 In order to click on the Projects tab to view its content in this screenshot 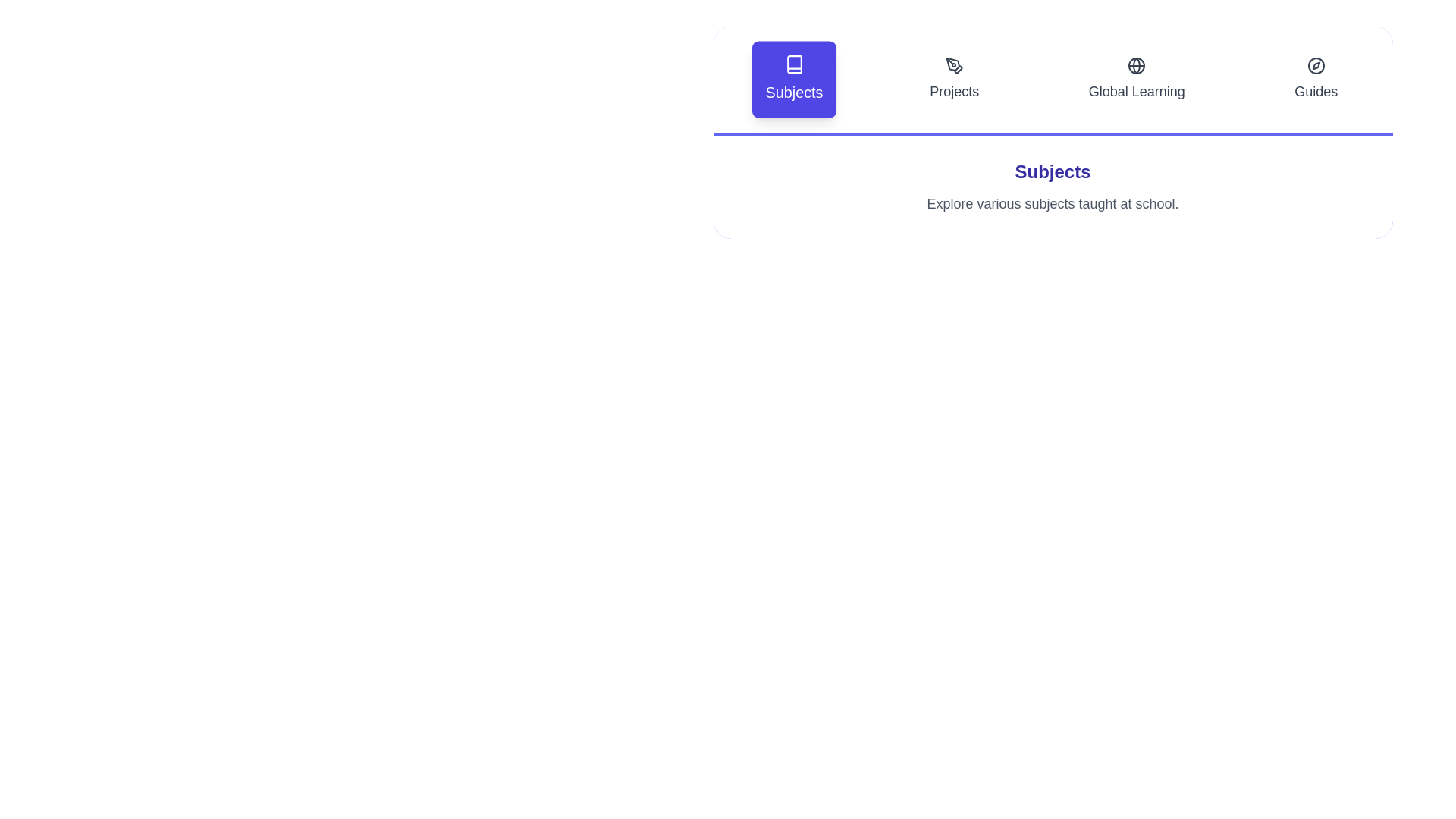, I will do `click(953, 79)`.